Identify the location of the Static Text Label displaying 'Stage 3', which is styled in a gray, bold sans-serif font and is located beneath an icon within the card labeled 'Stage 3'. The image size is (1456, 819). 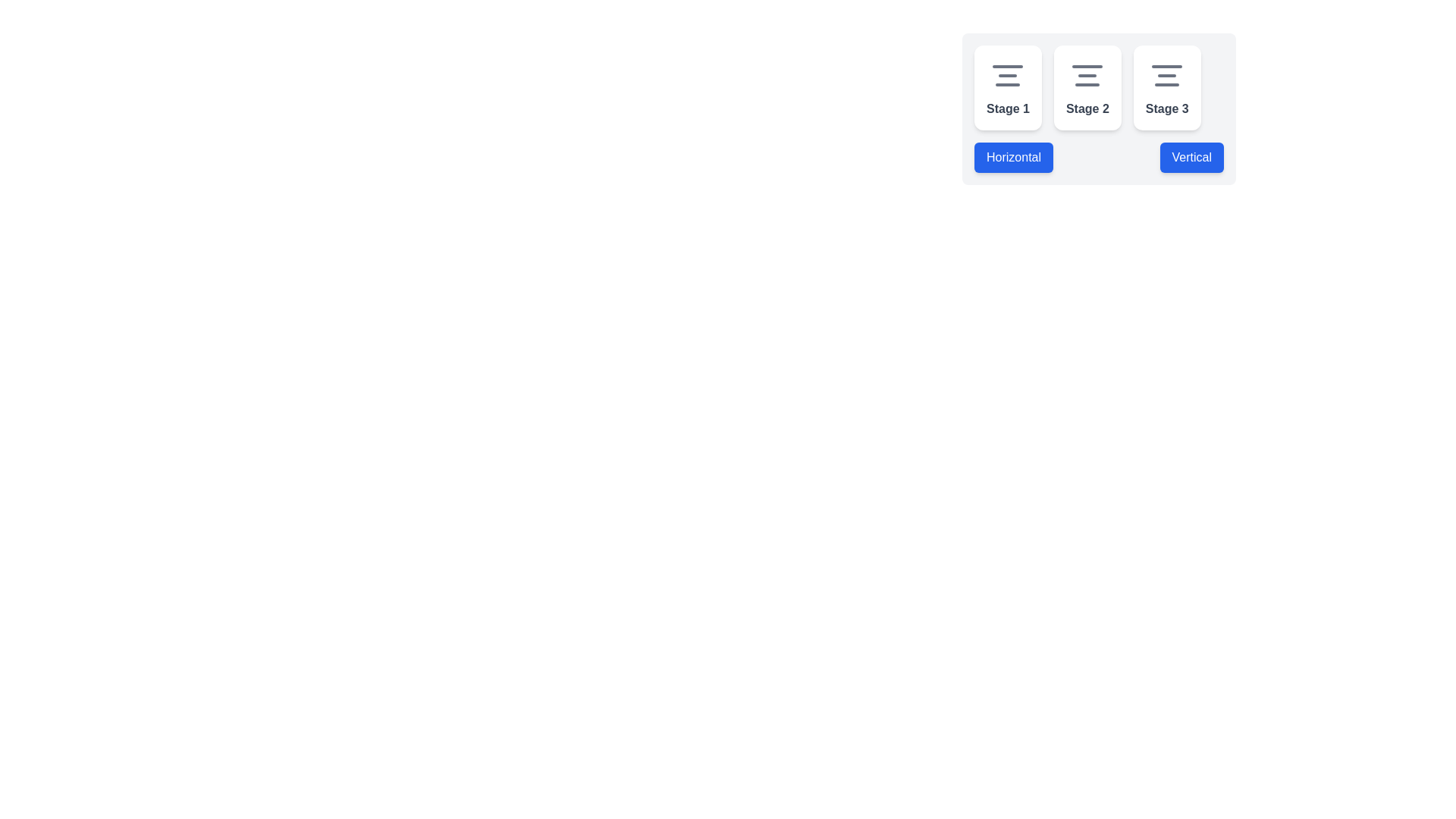
(1166, 108).